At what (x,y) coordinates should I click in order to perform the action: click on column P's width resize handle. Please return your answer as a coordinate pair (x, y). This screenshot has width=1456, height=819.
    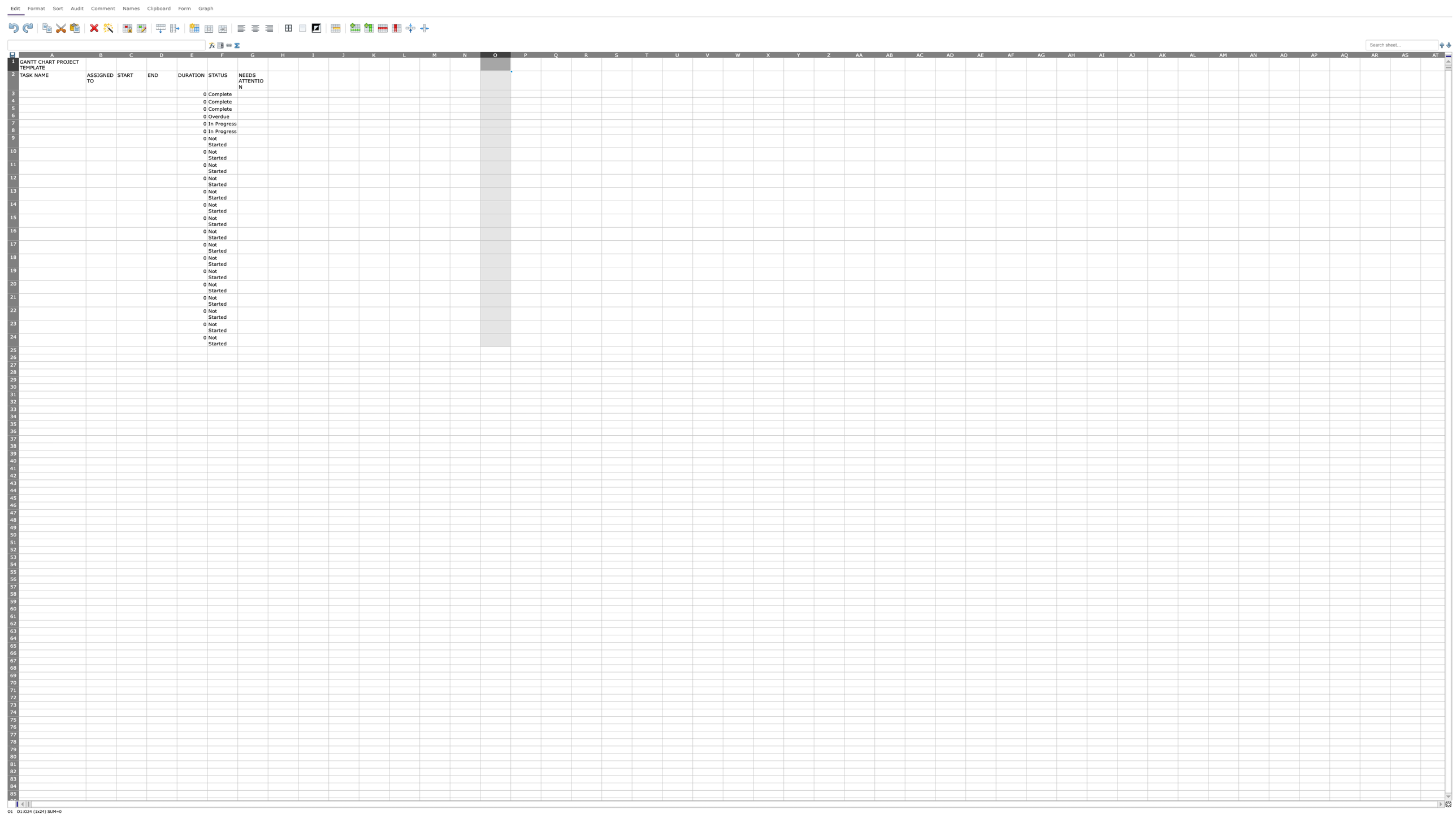
    Looking at the image, I should click on (540, 54).